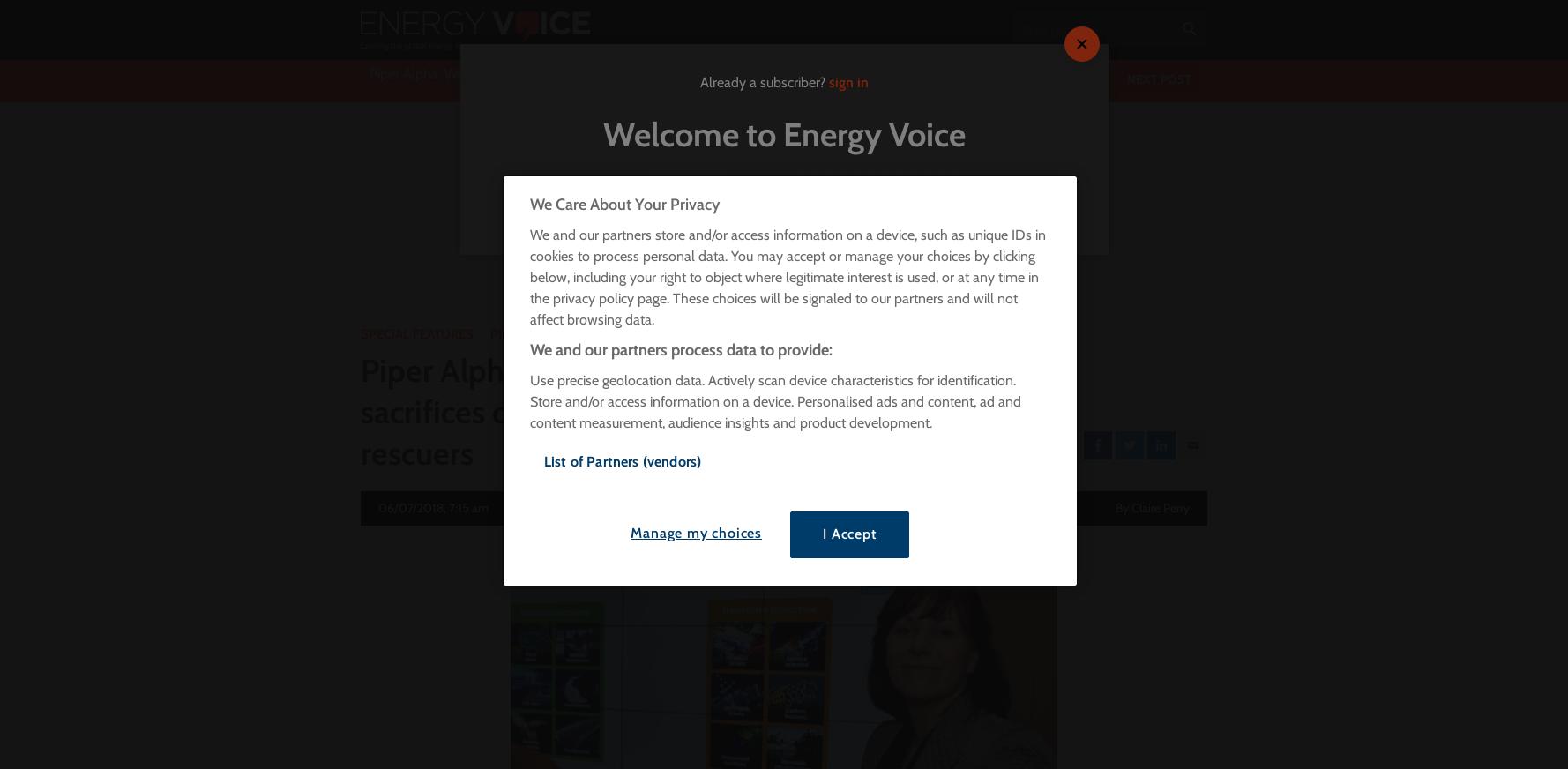  I want to click on 'North Sea', so click(806, 204).